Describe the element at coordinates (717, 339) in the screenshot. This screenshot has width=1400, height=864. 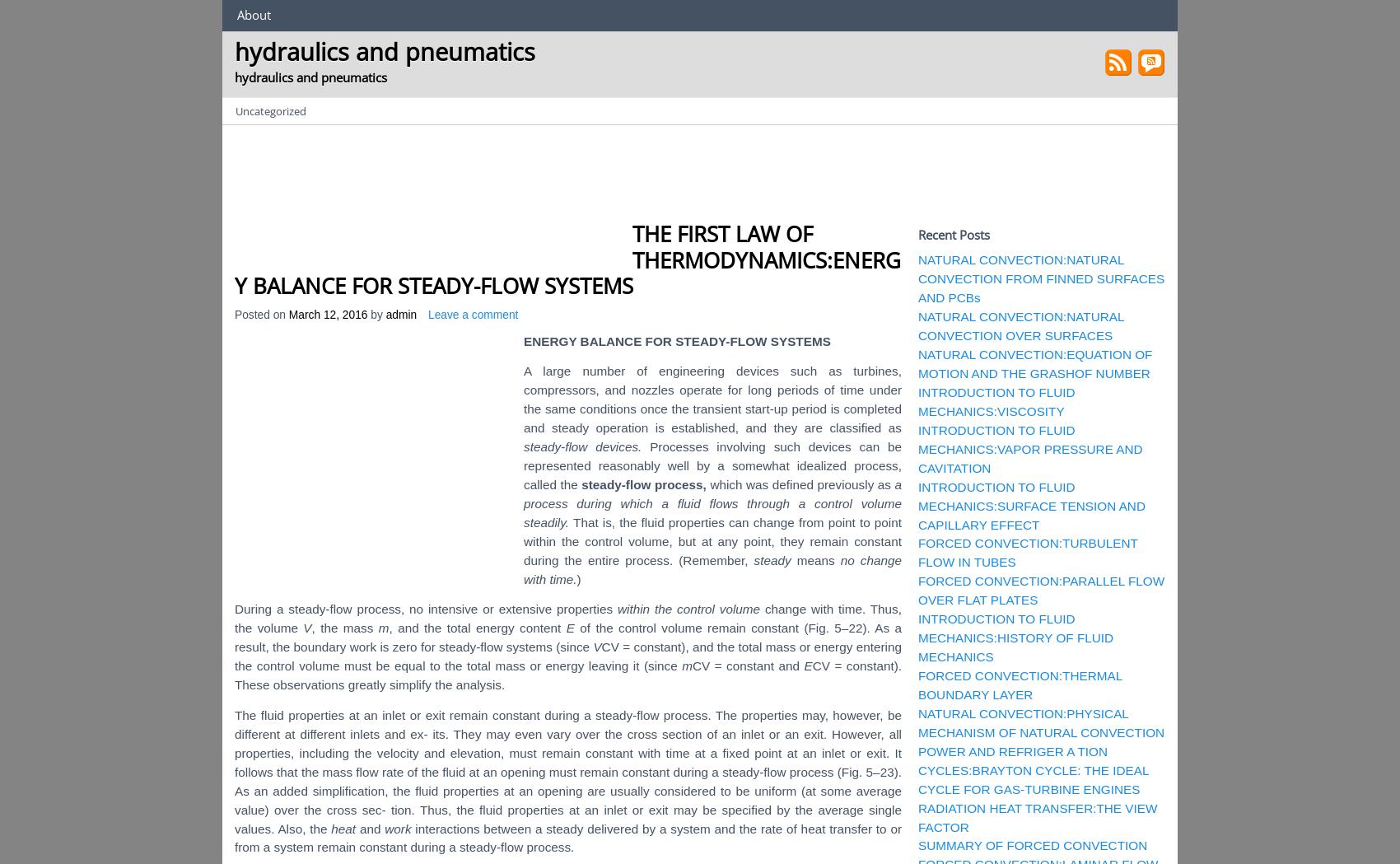
I see `'Y'` at that location.